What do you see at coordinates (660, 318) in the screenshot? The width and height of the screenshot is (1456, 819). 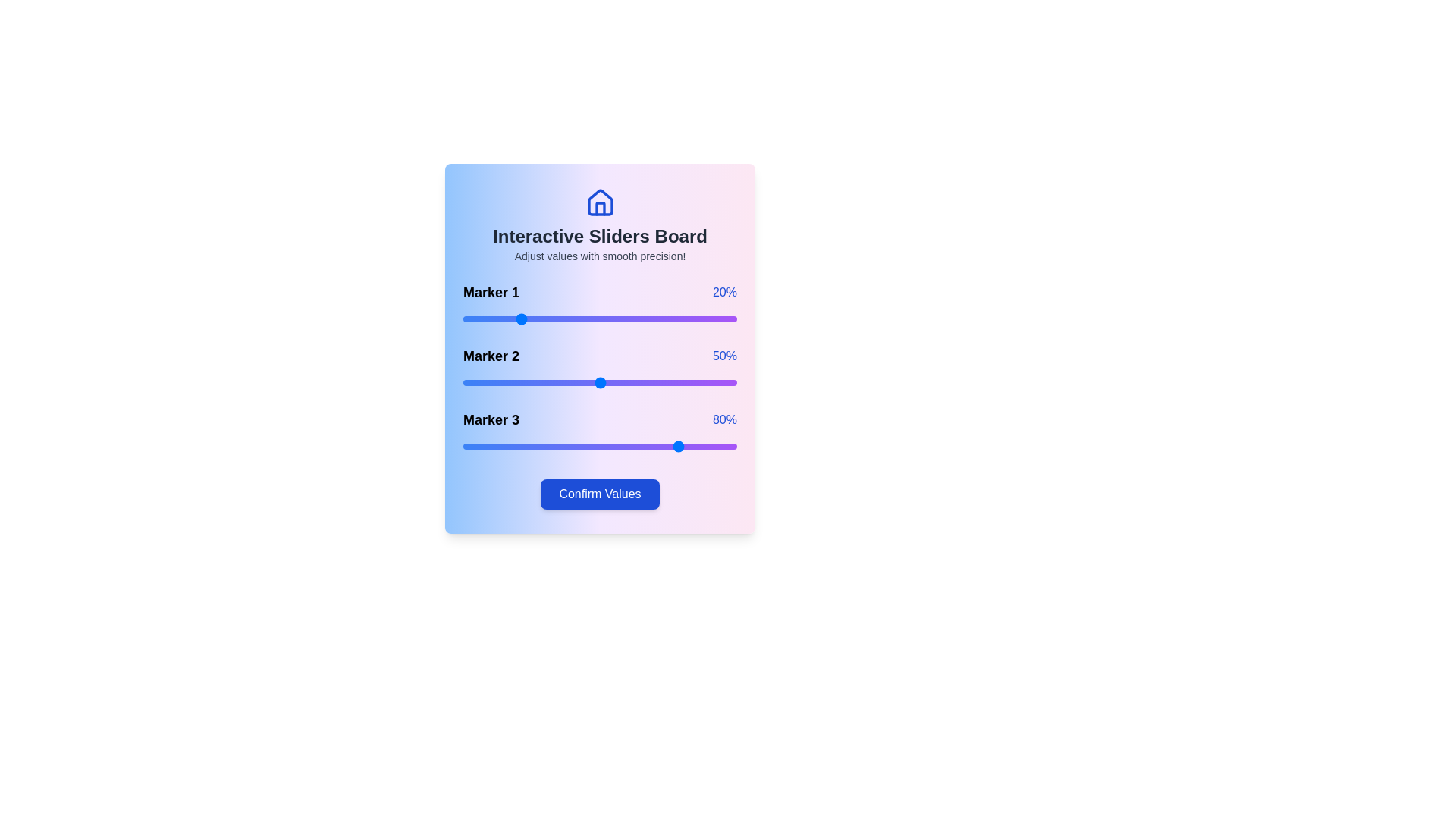 I see `the slider for Marker 1 to 72%` at bounding box center [660, 318].